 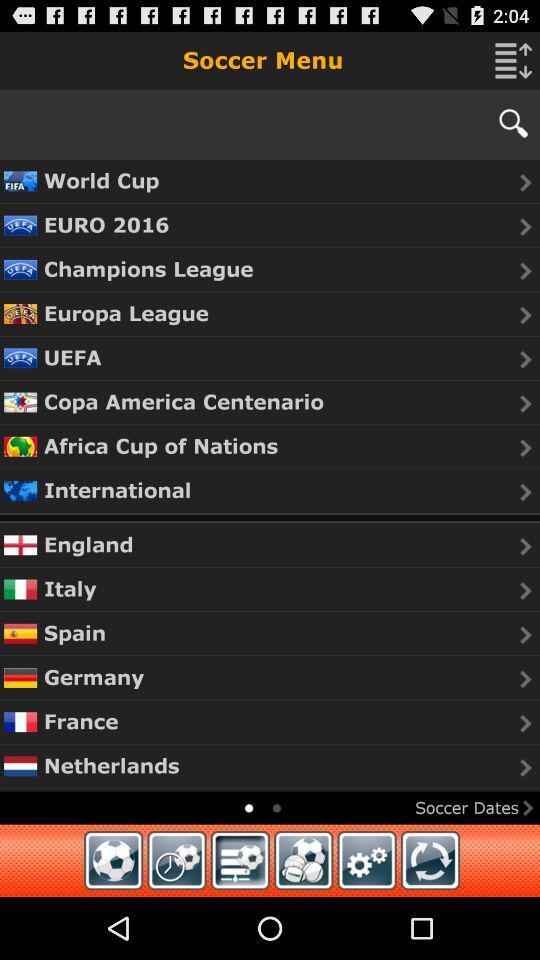 I want to click on the next button which is after france on the page, so click(x=526, y=722).